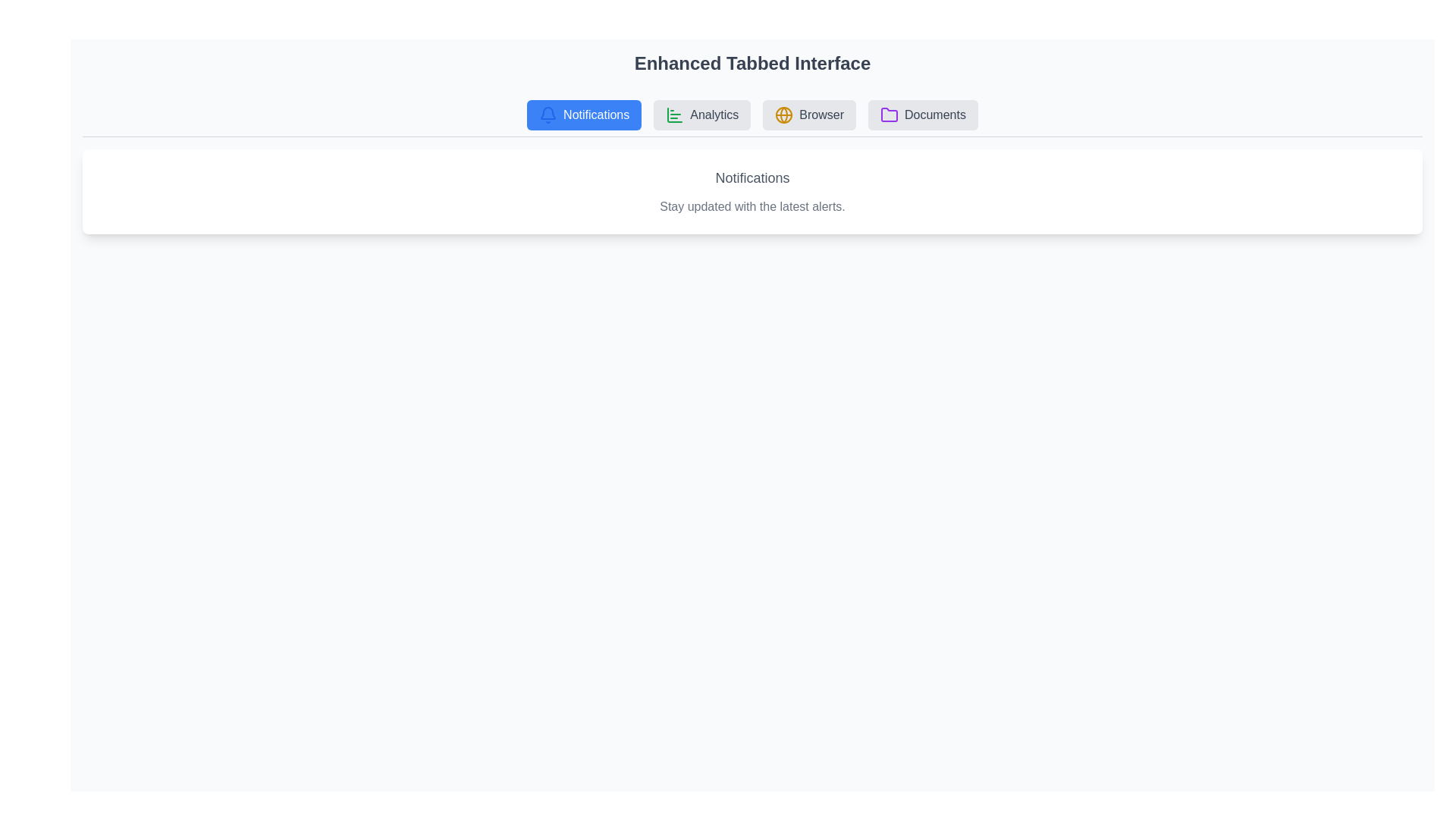 This screenshot has width=1456, height=819. Describe the element at coordinates (583, 114) in the screenshot. I see `the tab labeled Notifications to observe its hover effect` at that location.